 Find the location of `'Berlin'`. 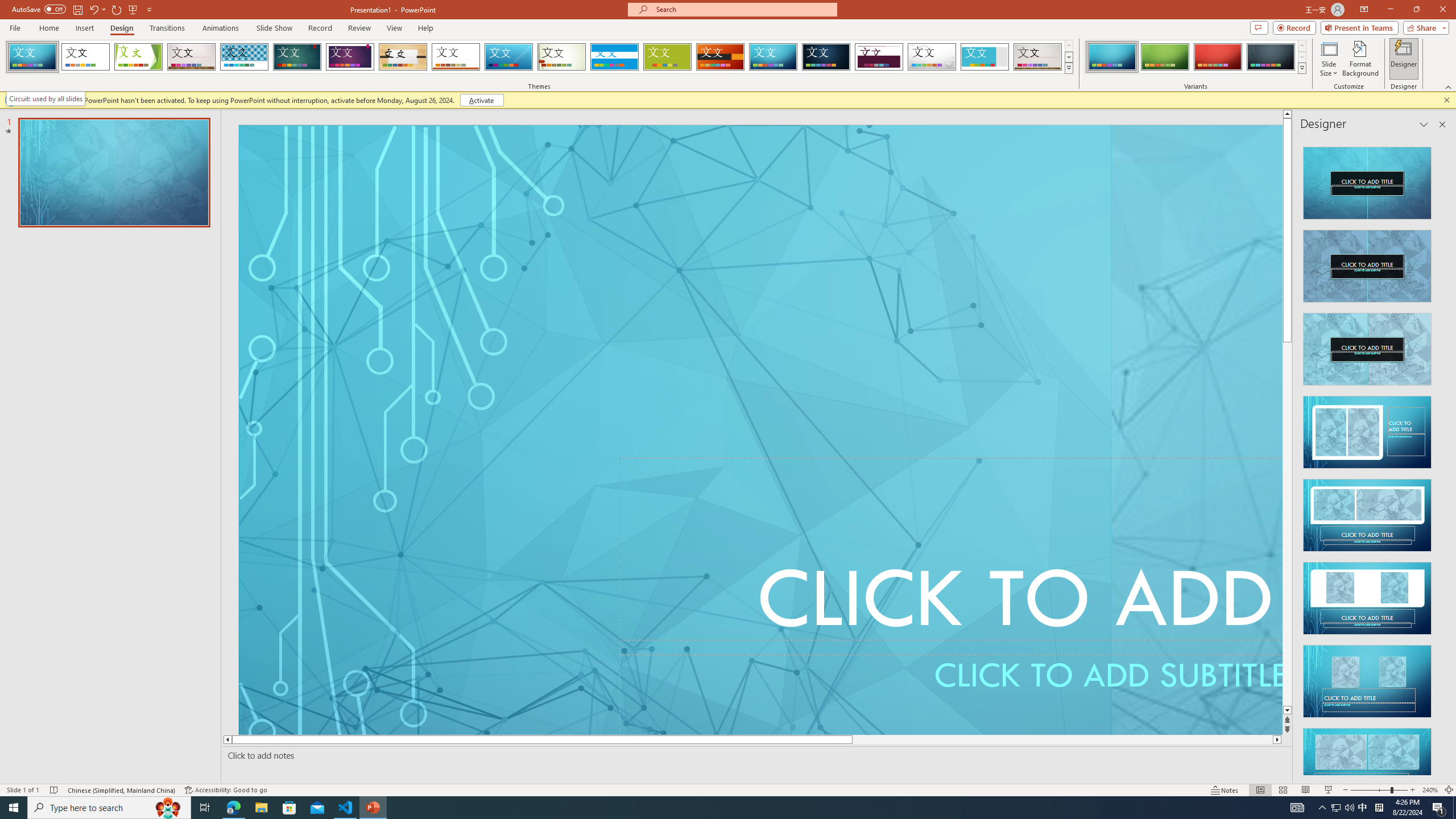

'Berlin' is located at coordinates (721, 56).